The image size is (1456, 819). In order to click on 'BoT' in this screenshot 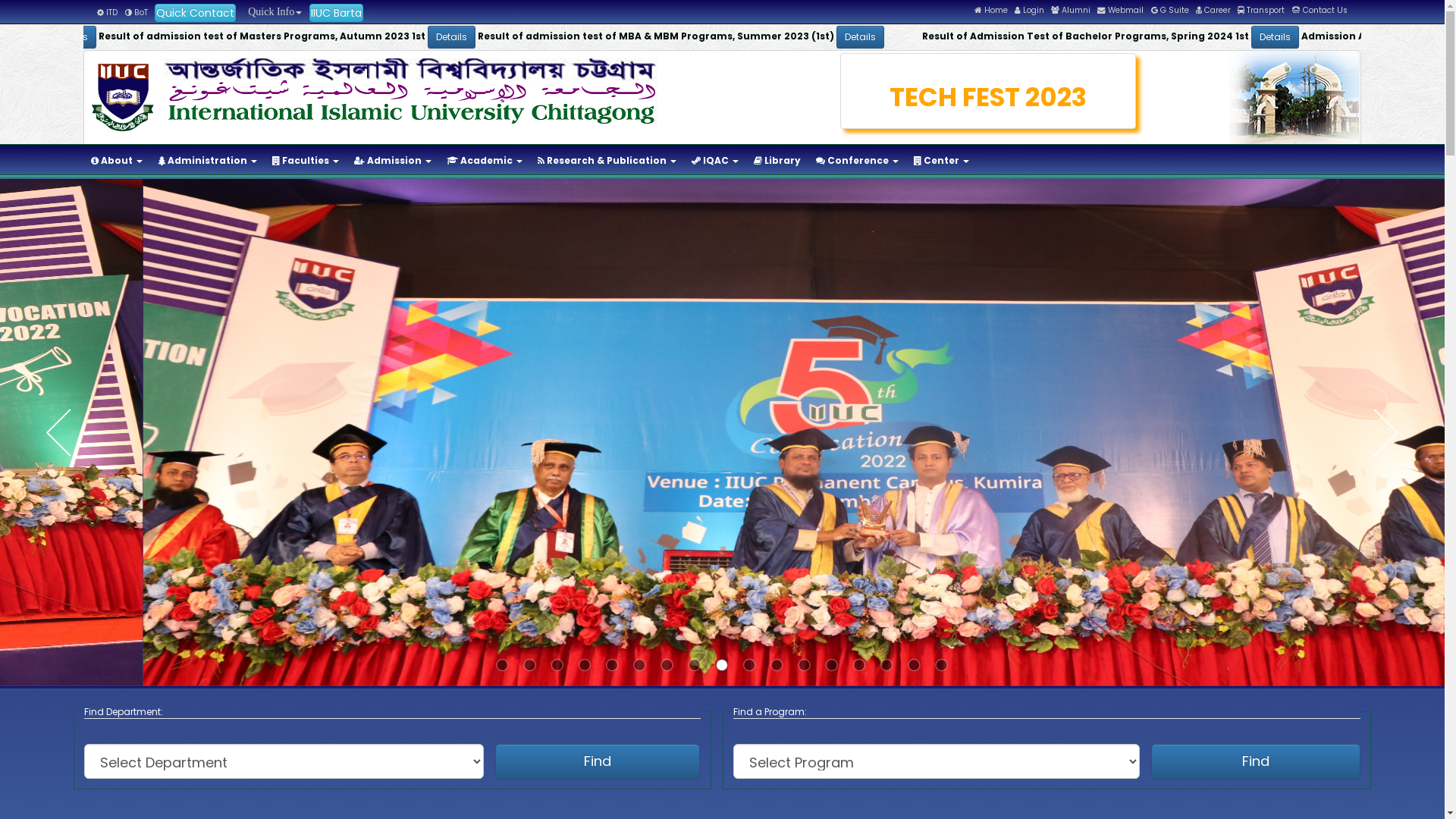, I will do `click(136, 12)`.